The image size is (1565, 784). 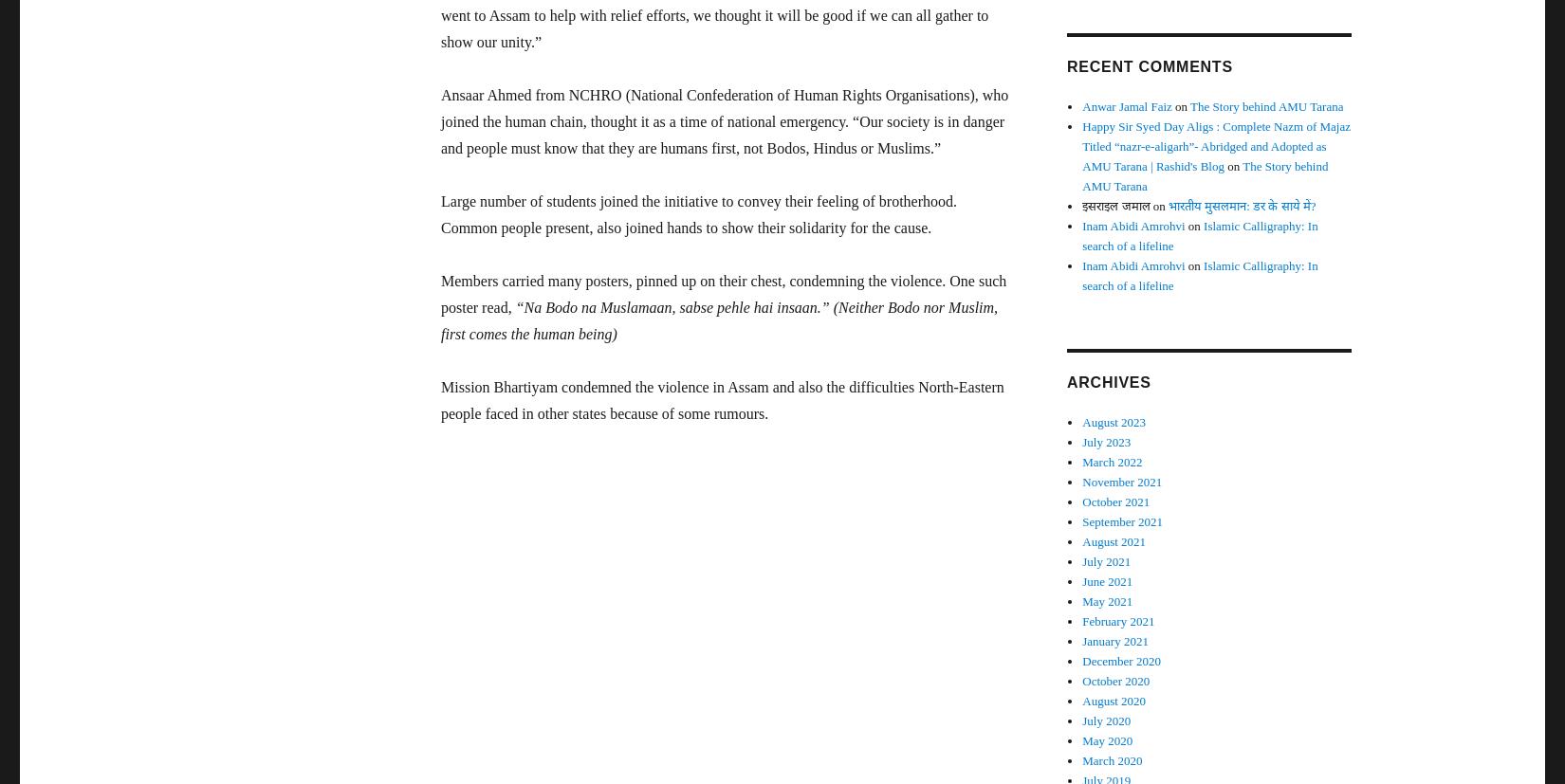 What do you see at coordinates (1081, 700) in the screenshot?
I see `'August 2020'` at bounding box center [1081, 700].